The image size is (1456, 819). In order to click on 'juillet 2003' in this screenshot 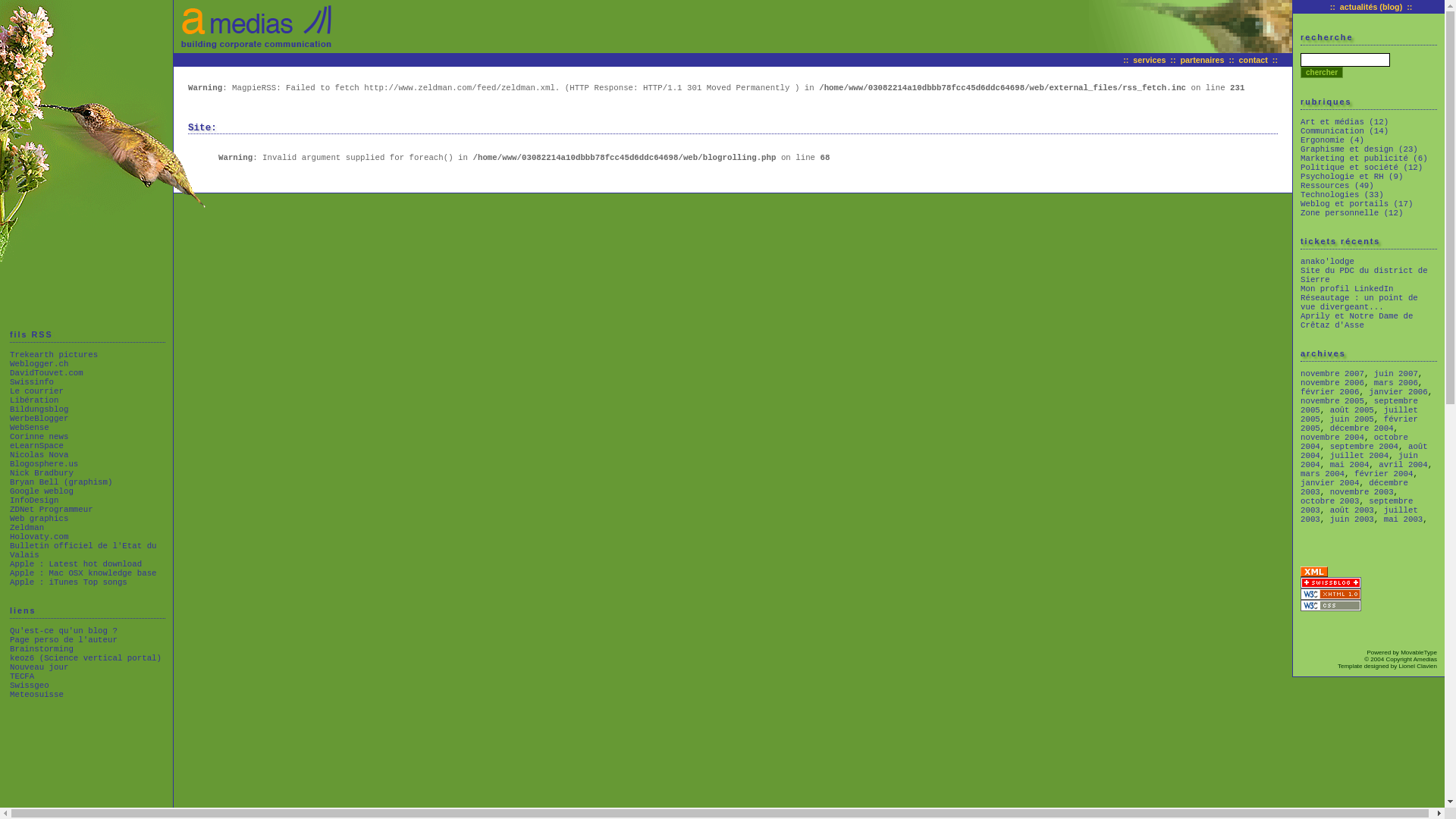, I will do `click(1359, 513)`.